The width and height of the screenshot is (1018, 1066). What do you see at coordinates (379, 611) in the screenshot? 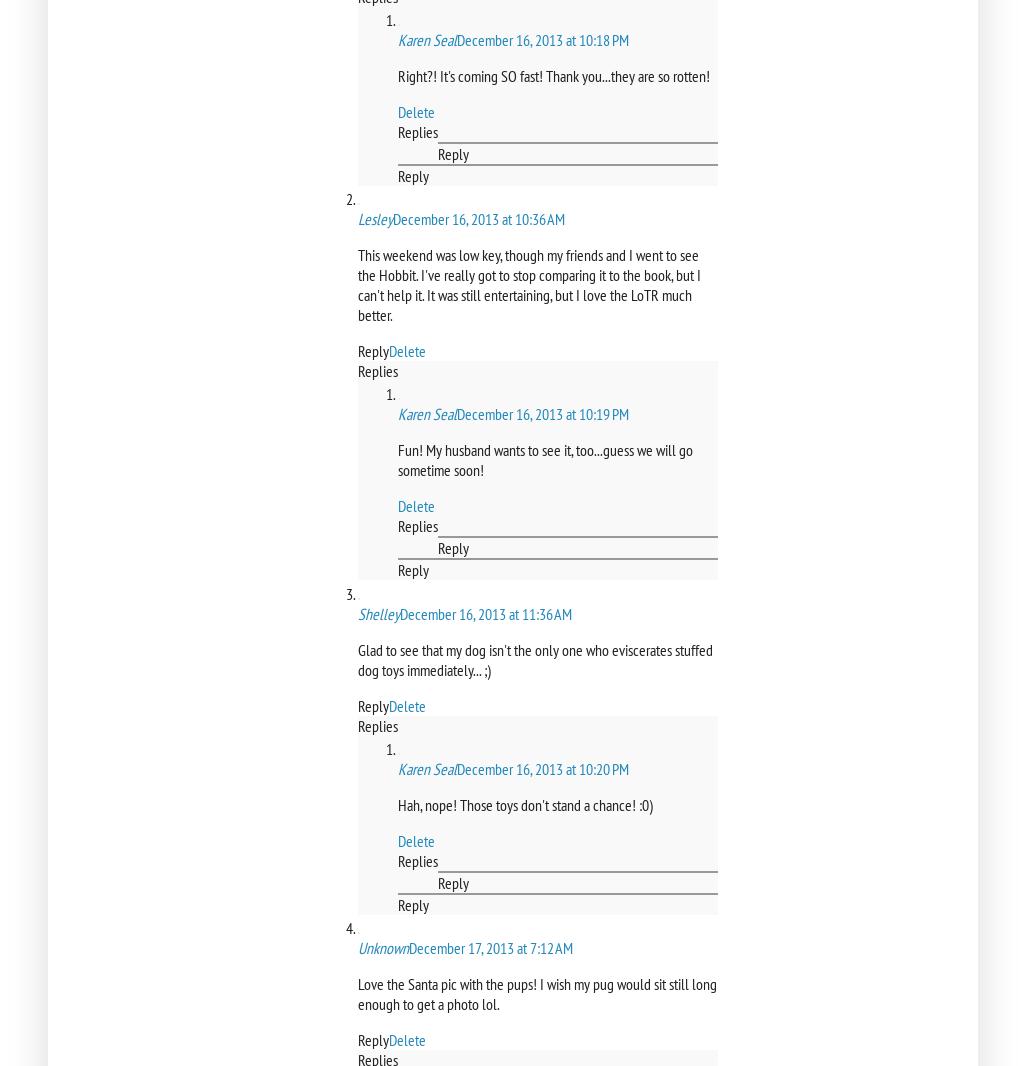
I see `'Shelley'` at bounding box center [379, 611].